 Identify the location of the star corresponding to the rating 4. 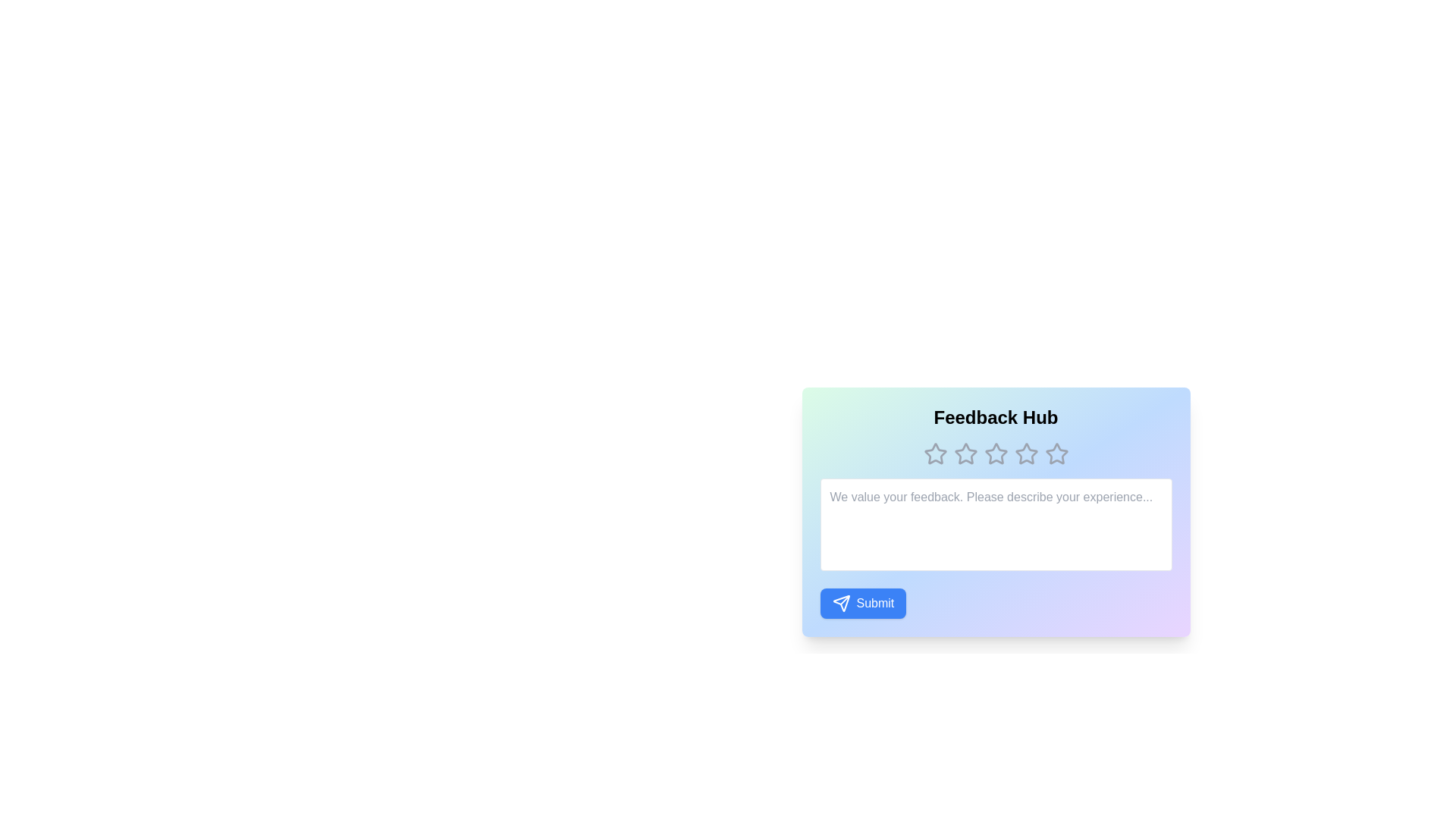
(1026, 453).